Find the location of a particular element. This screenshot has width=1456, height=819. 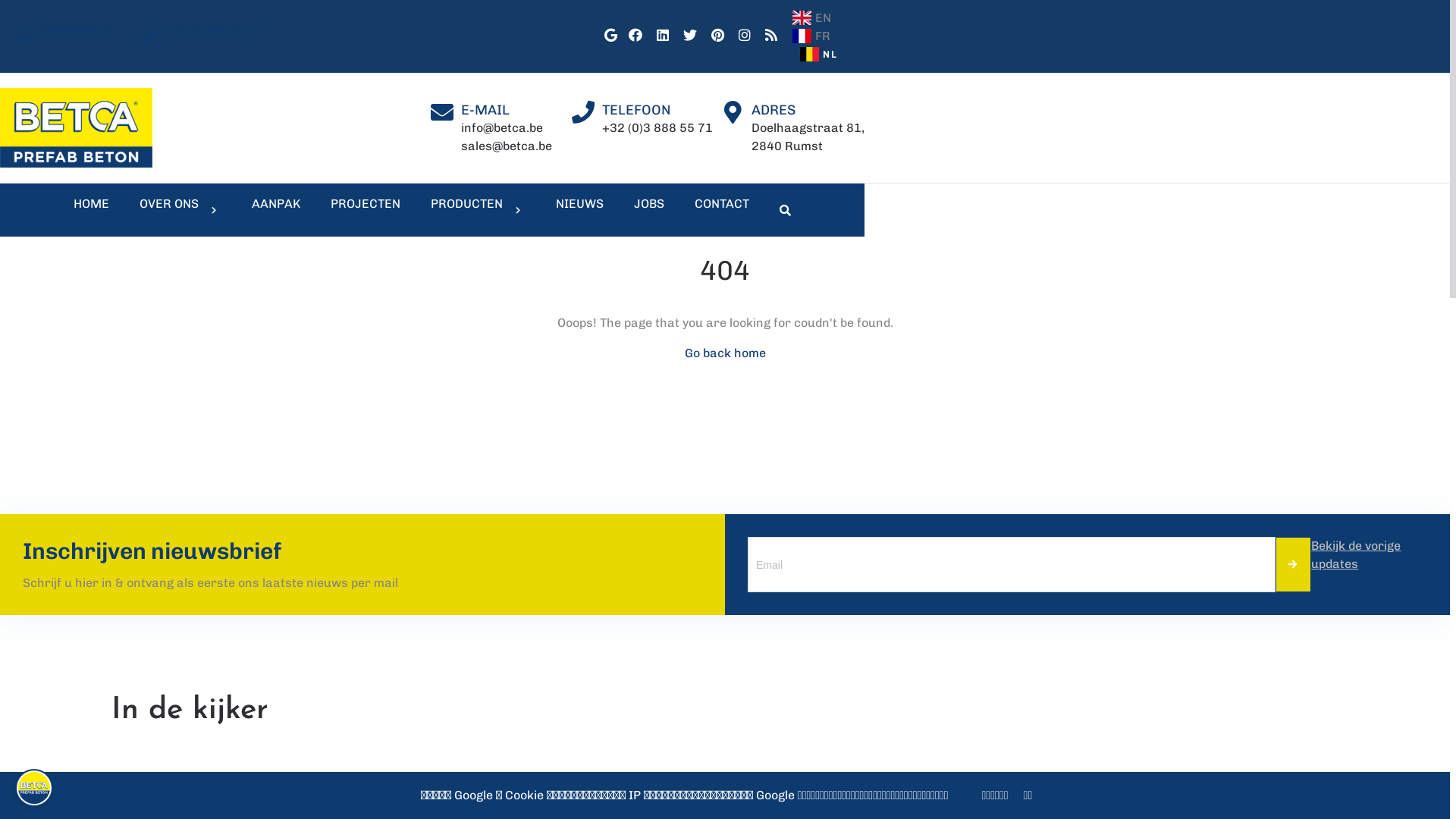

'HOME' is located at coordinates (90, 210).